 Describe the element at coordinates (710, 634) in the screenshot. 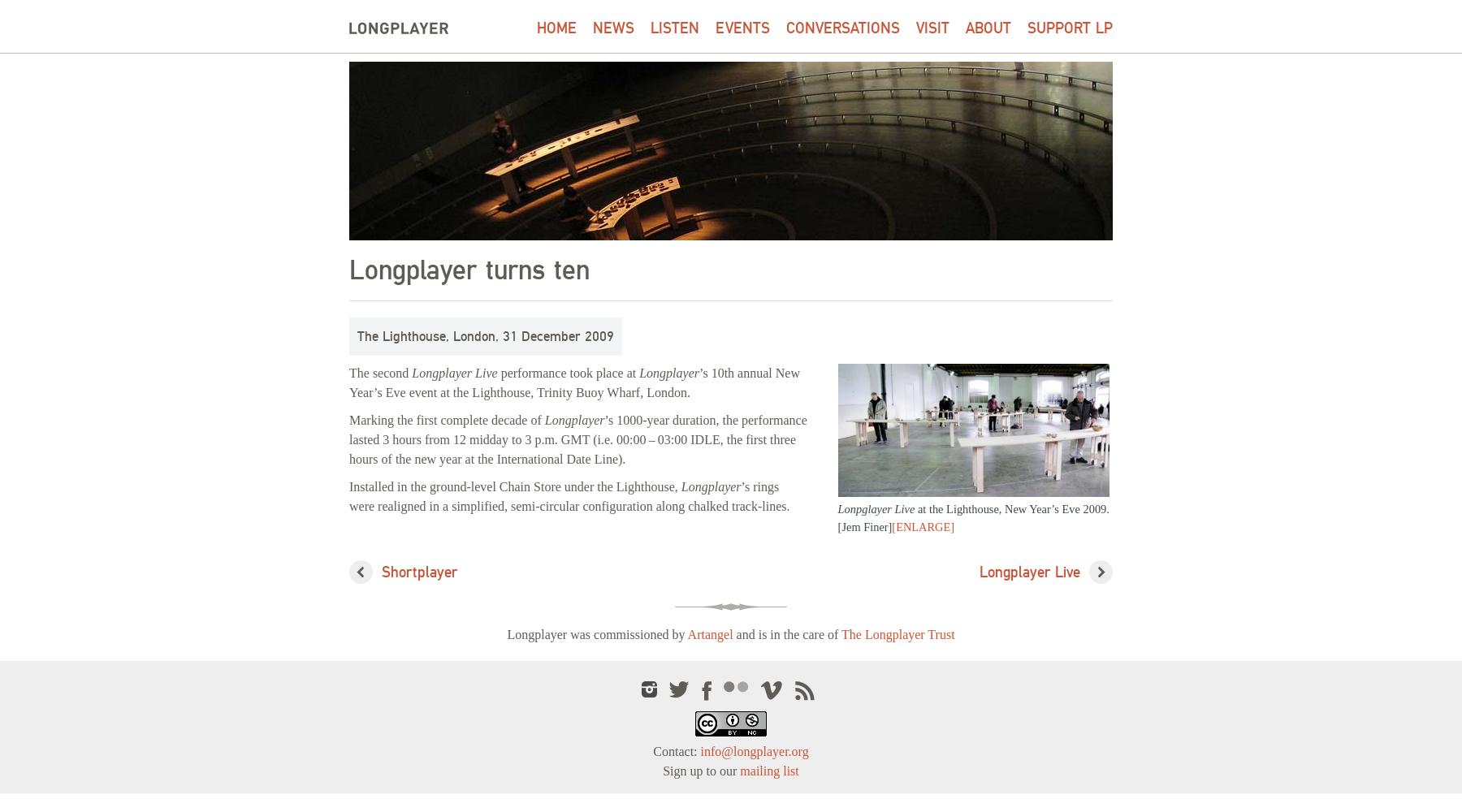

I see `'Artangel'` at that location.